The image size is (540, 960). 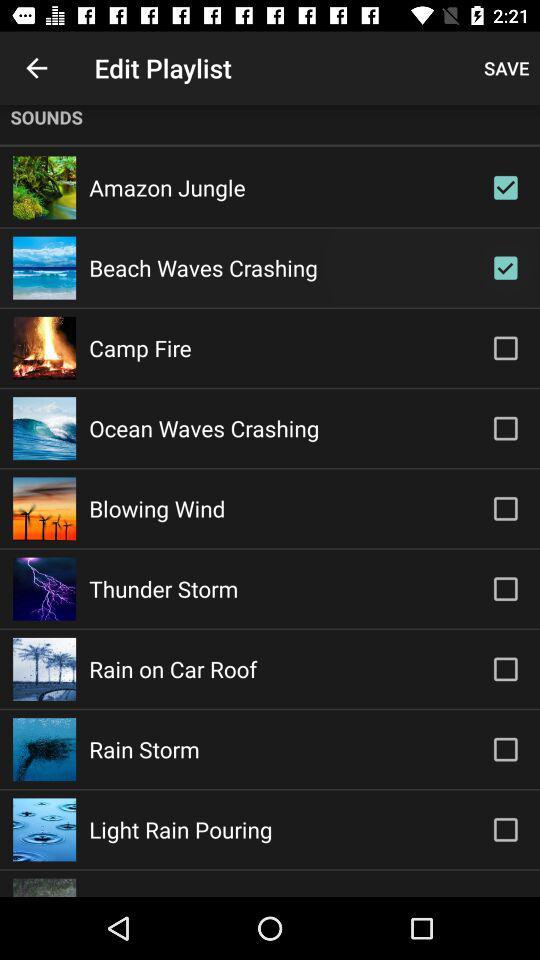 What do you see at coordinates (44, 187) in the screenshot?
I see `the image at left side of amazon jungle` at bounding box center [44, 187].